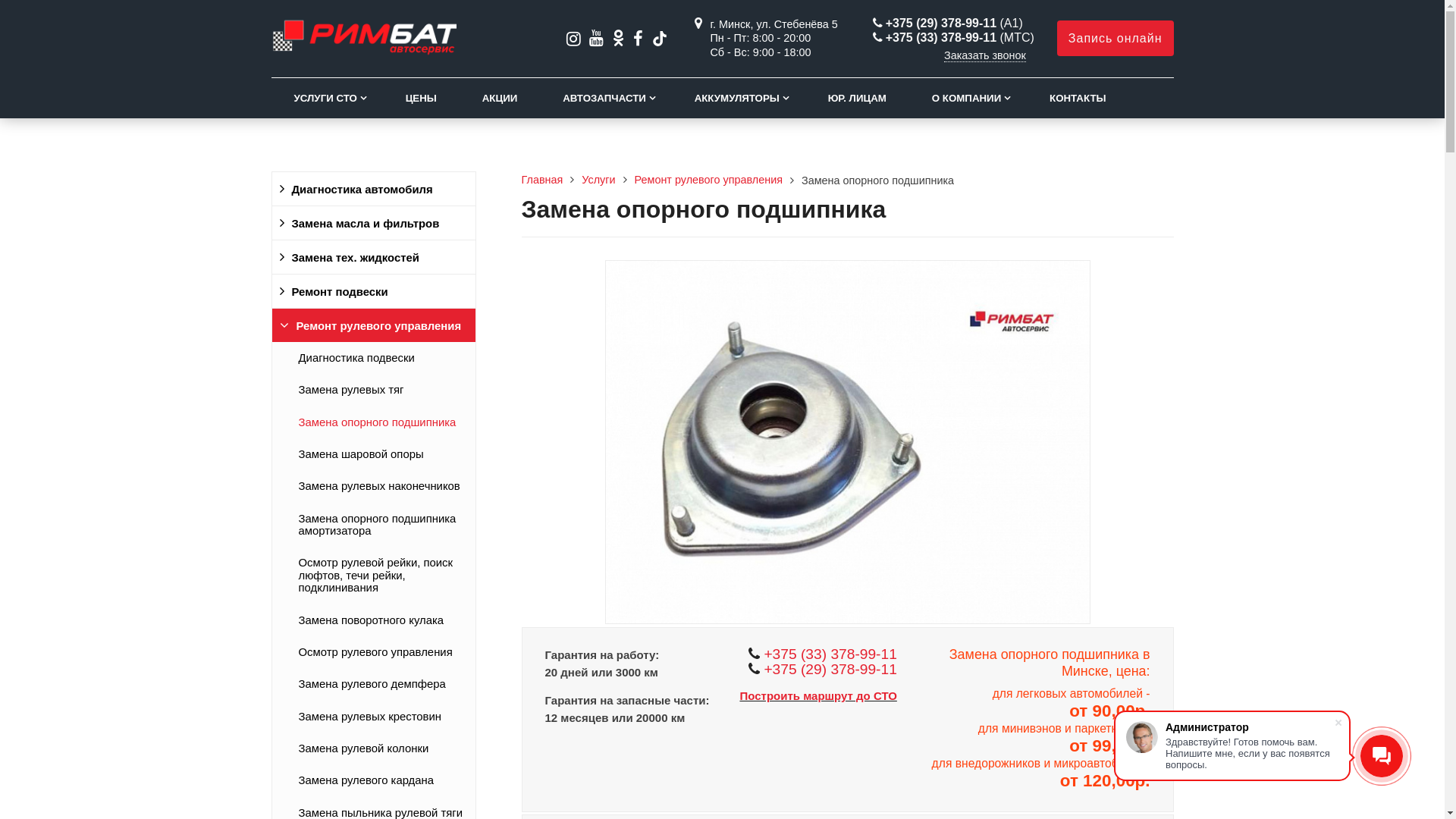 The height and width of the screenshot is (819, 1456). Describe the element at coordinates (764, 668) in the screenshot. I see `'+375 (29) 378-99-11'` at that location.